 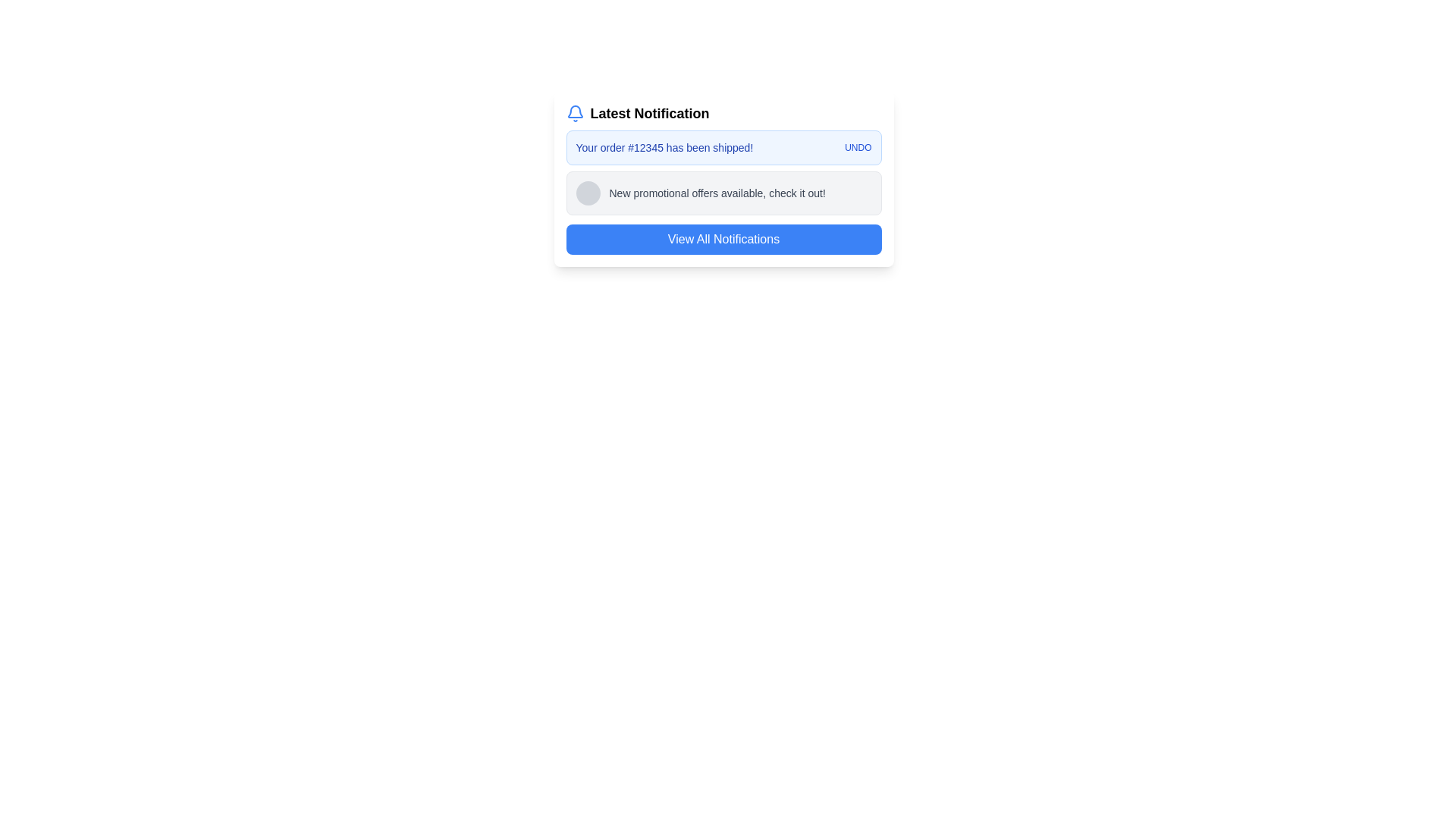 I want to click on the undo button located to the far right of the notification message 'Your order #12345 has been shipped!', so click(x=858, y=148).